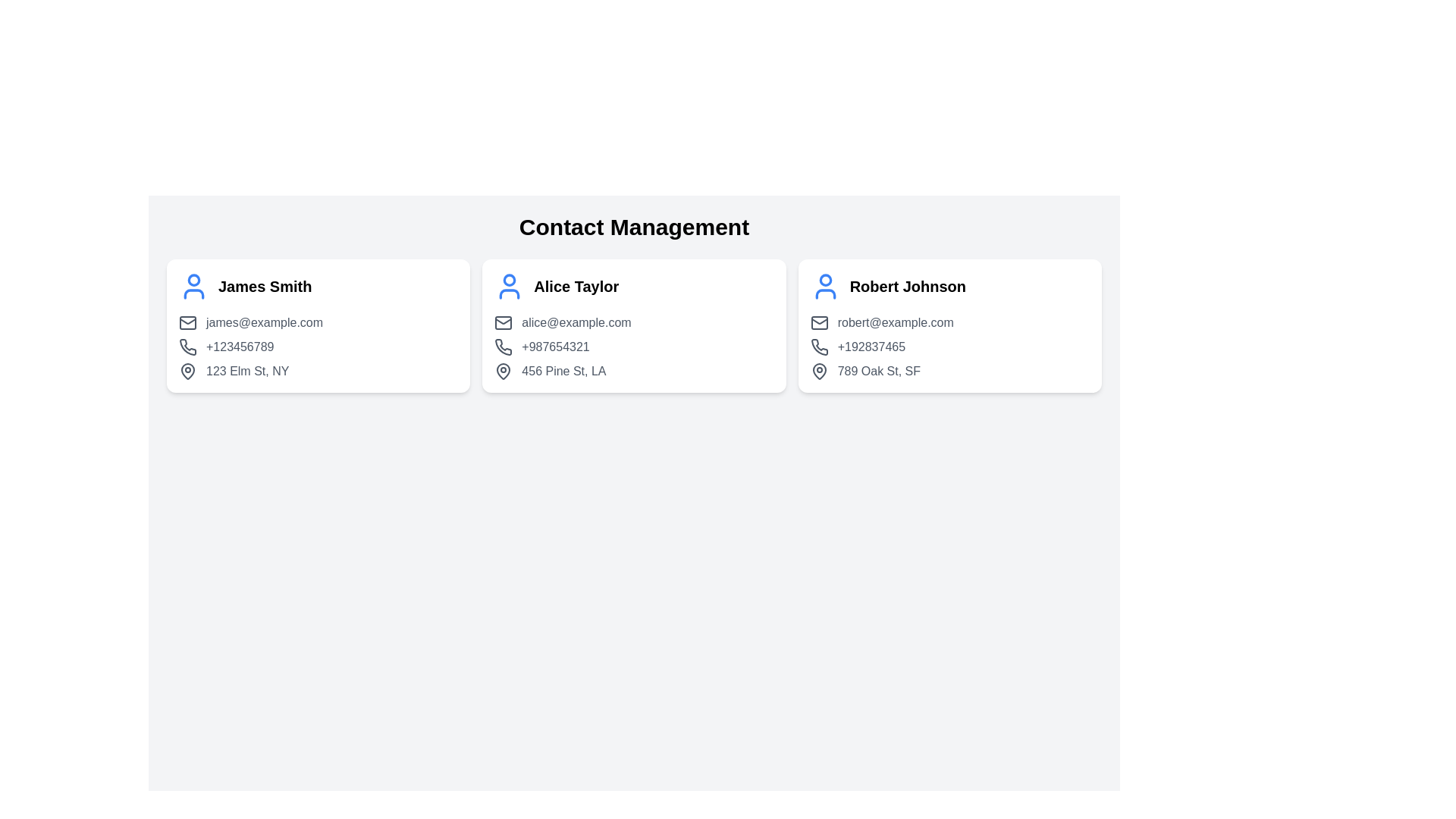 The height and width of the screenshot is (819, 1456). What do you see at coordinates (818, 371) in the screenshot?
I see `the map pin icon in the third contact card, located below the phone number and next to the address '789 Oak St, SF'` at bounding box center [818, 371].